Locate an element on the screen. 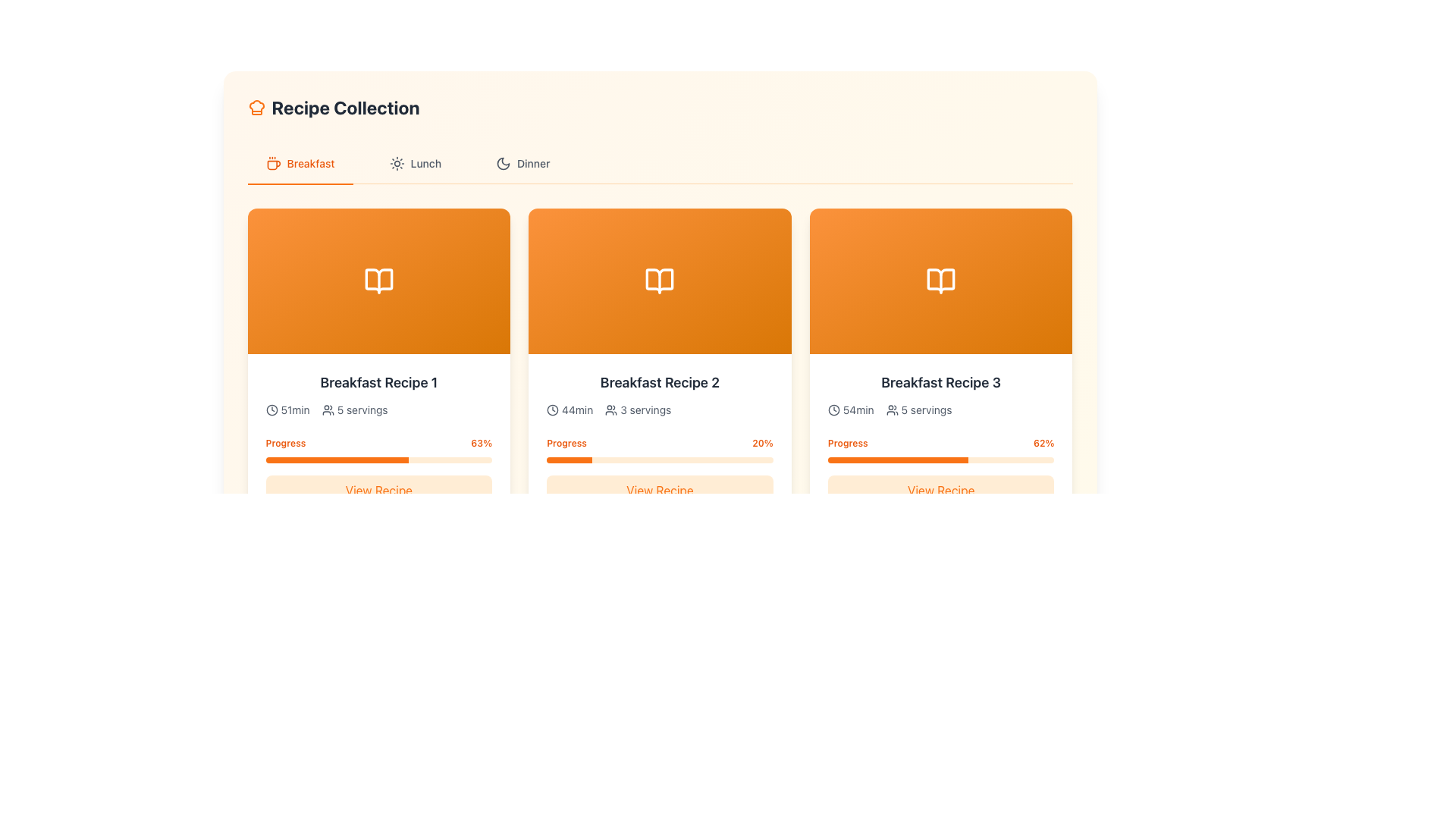 Image resolution: width=1456 pixels, height=819 pixels. current progress percentage displayed in the Text label located in the Progress field of the second card under the 'Breakfast' tab, aligned to the right side of the card is located at coordinates (763, 441).